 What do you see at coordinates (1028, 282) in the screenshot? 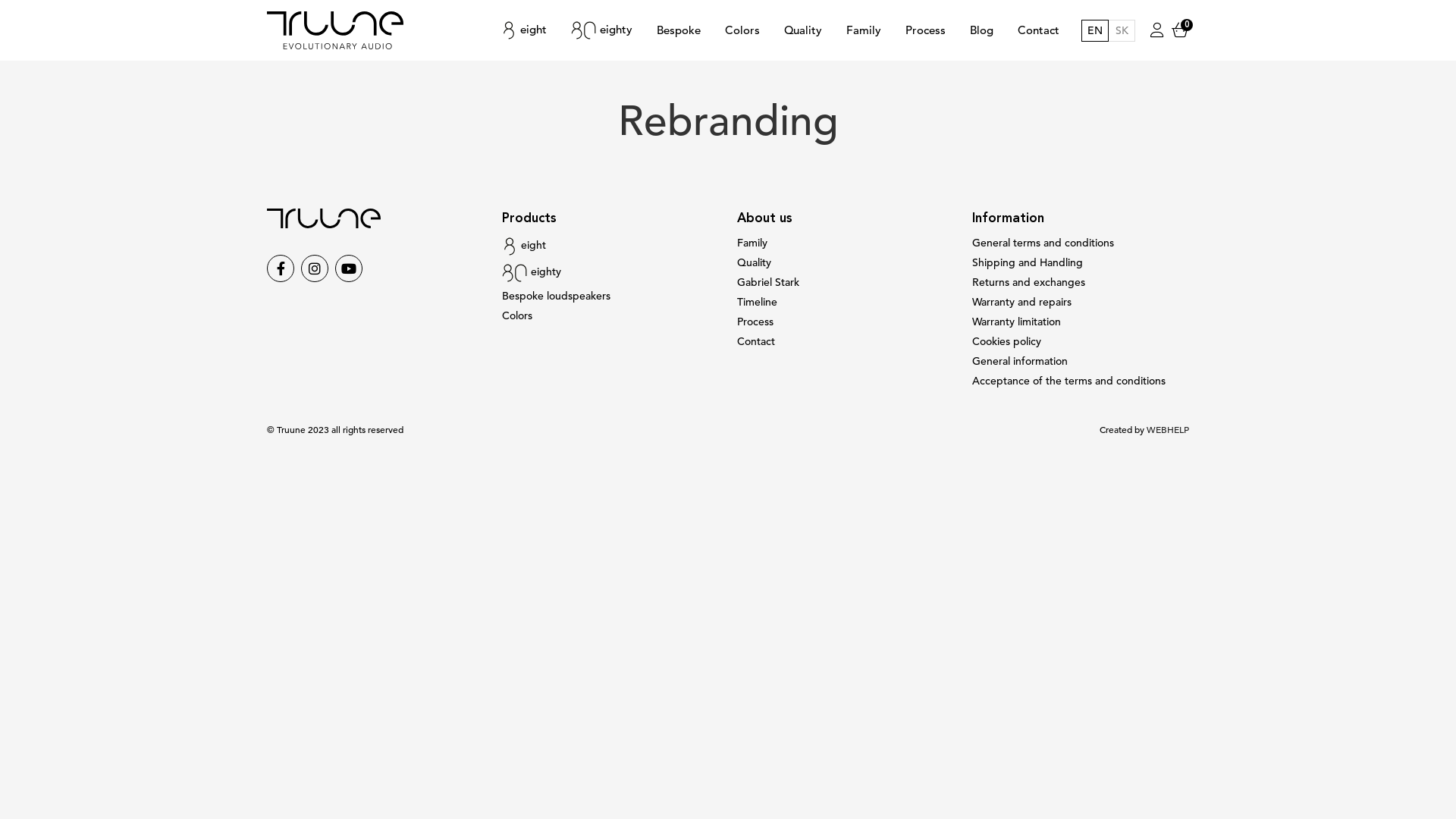
I see `'Returns and exchanges'` at bounding box center [1028, 282].